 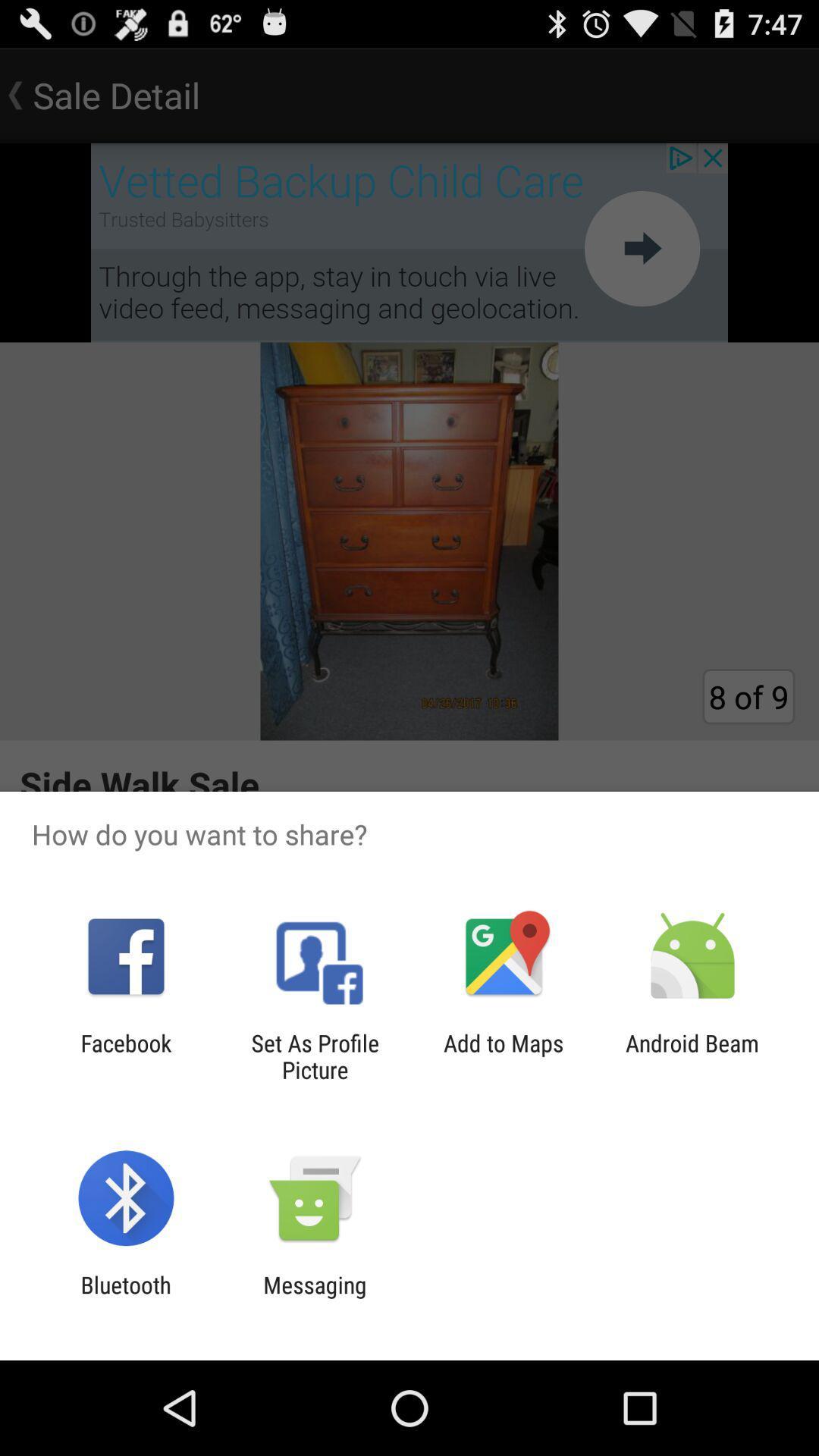 What do you see at coordinates (504, 1056) in the screenshot?
I see `the add to maps app` at bounding box center [504, 1056].